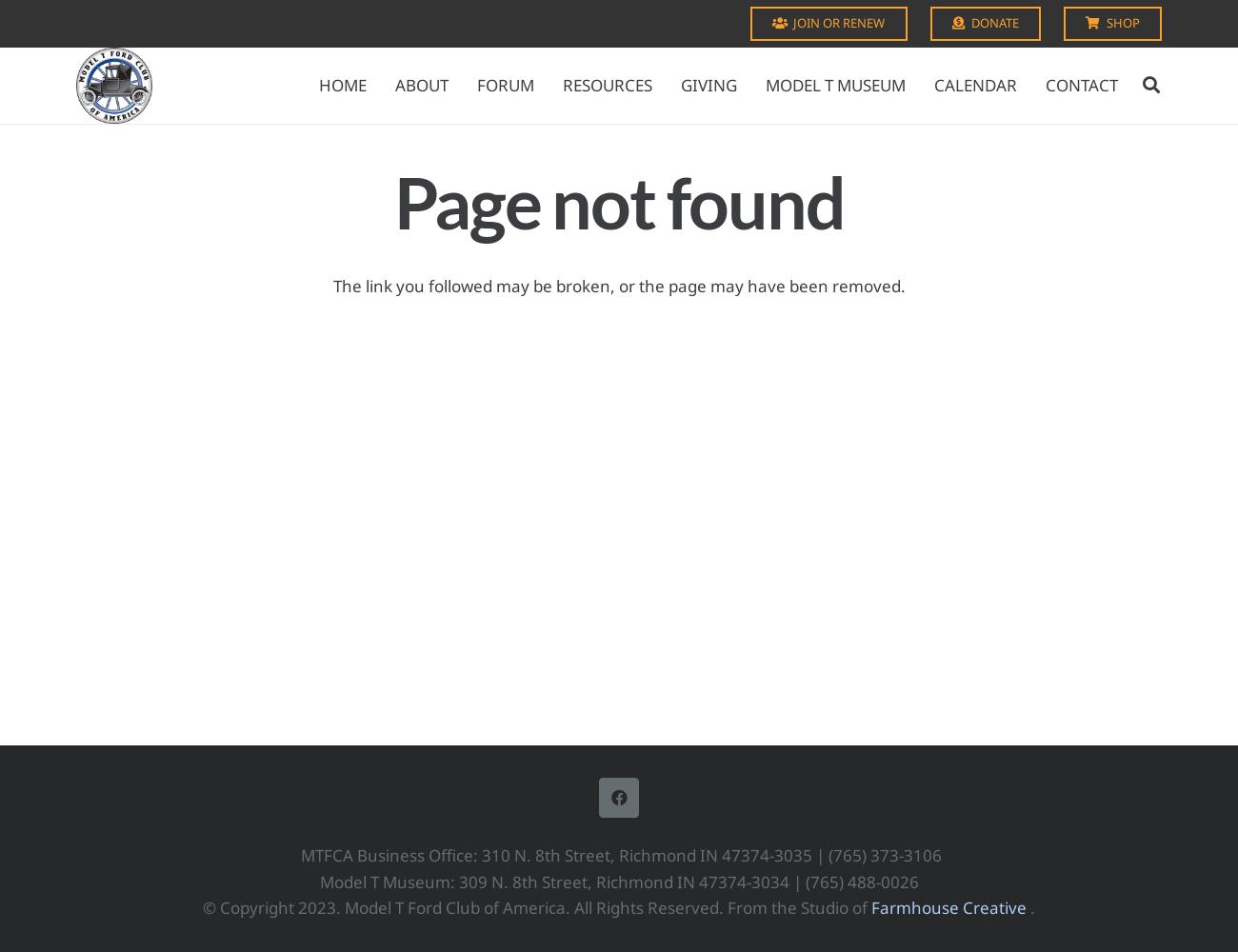  I want to click on '© Copyright', so click(249, 905).